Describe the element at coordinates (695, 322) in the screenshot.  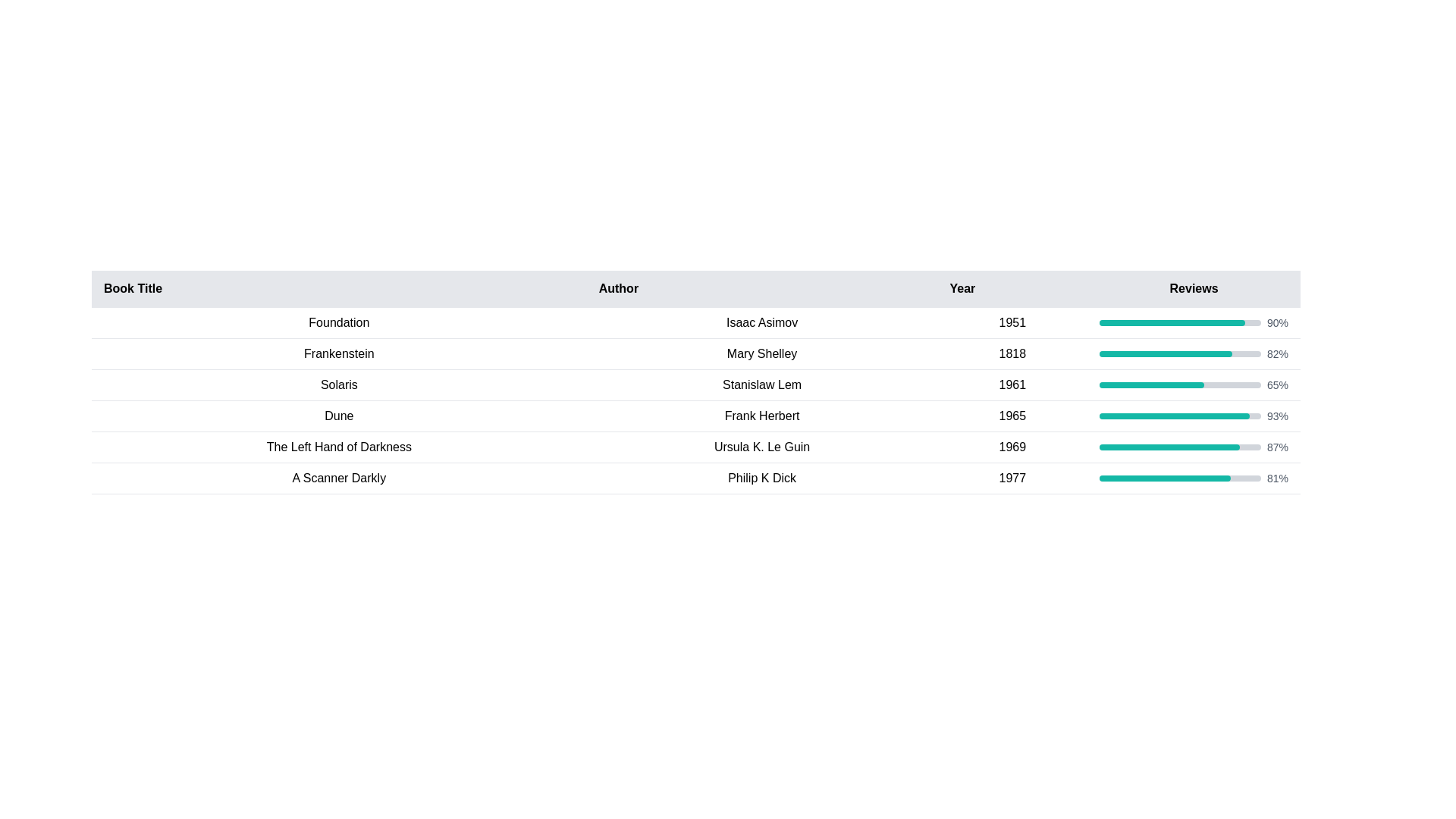
I see `the first row of the table that contains information about the book 'Foundation' by Isaac Asimov by tabbing to it` at that location.